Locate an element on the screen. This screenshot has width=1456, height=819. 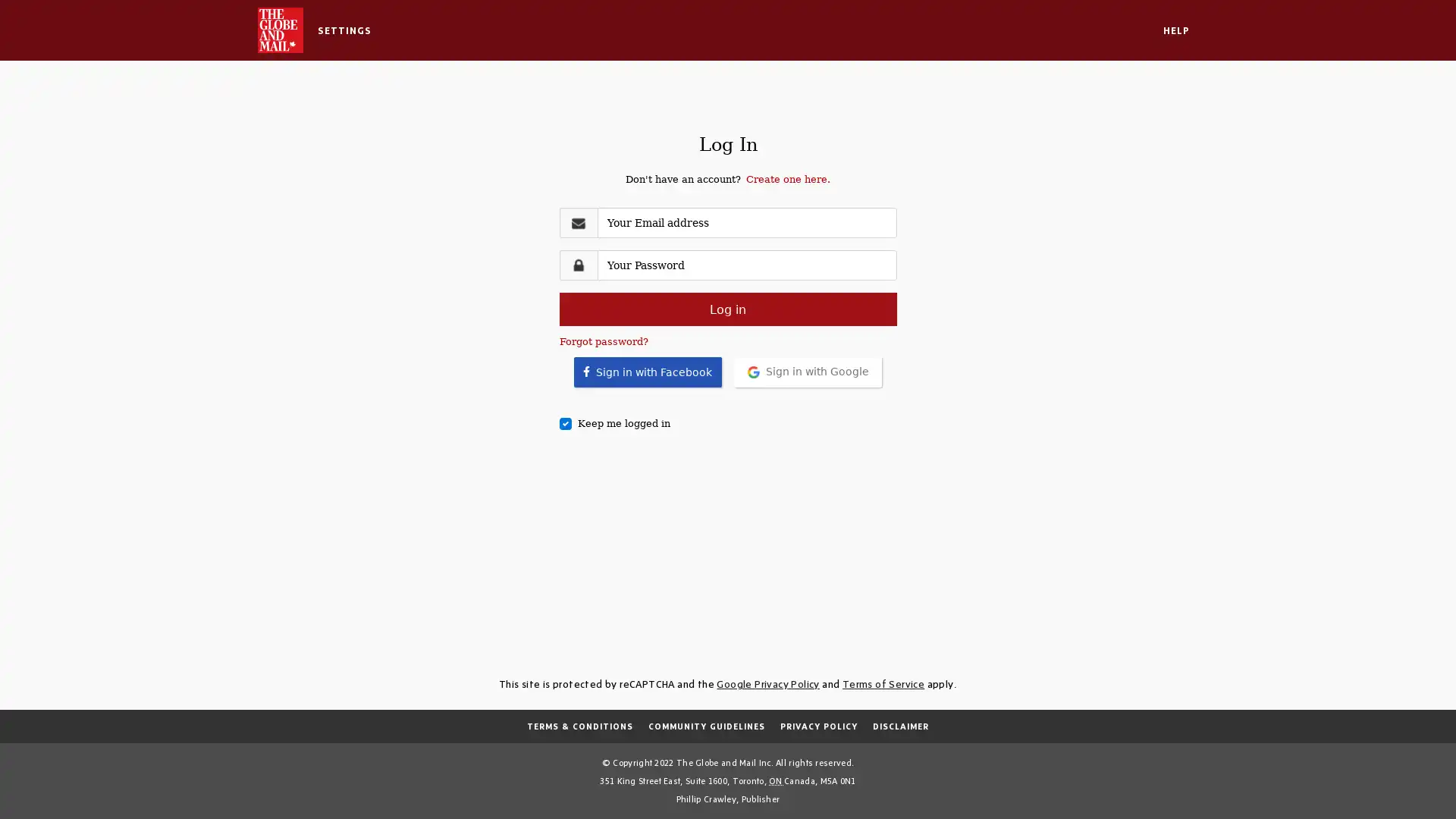
Log in is located at coordinates (726, 308).